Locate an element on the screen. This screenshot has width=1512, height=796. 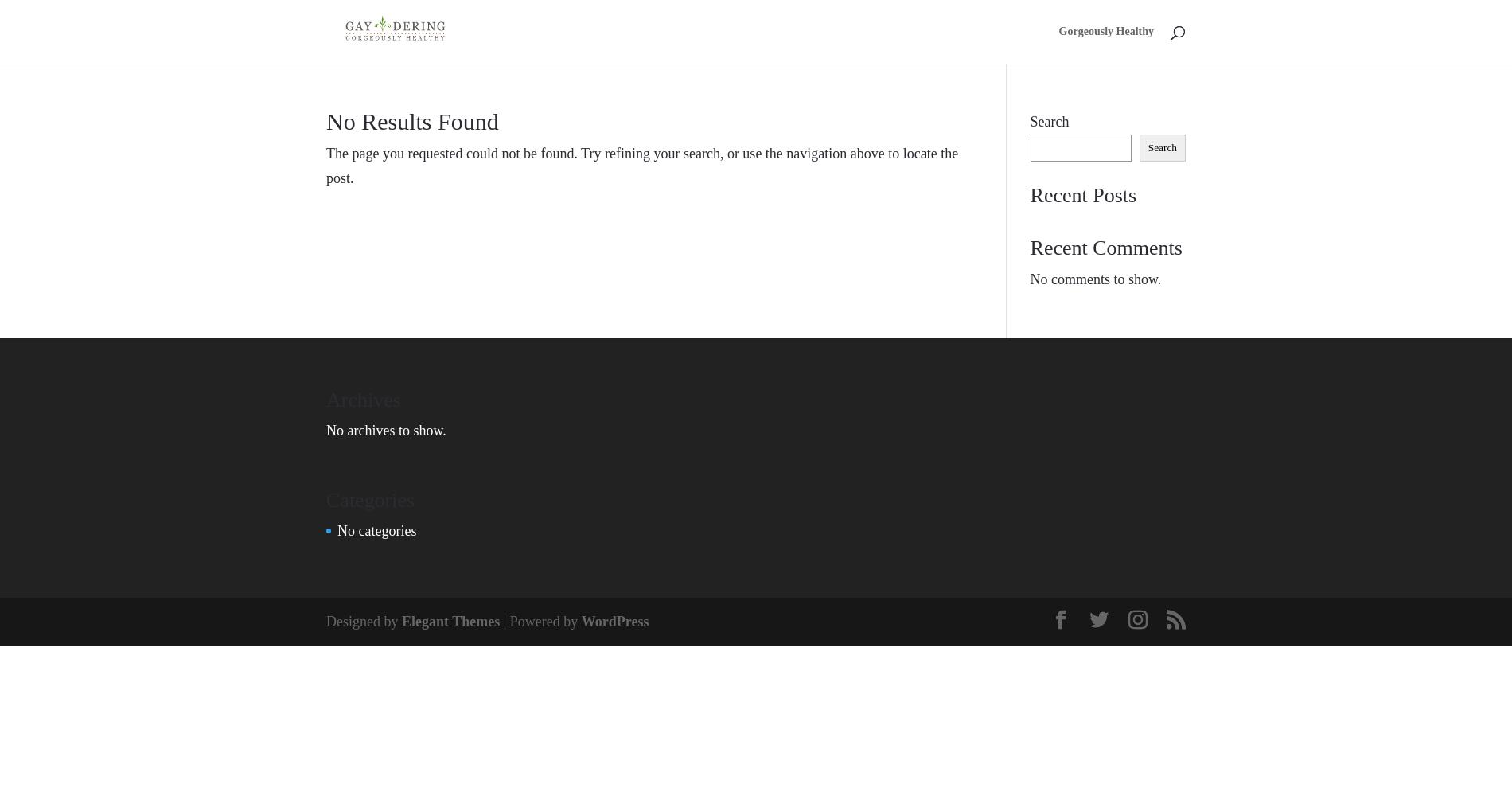
'WordPress' is located at coordinates (614, 621).